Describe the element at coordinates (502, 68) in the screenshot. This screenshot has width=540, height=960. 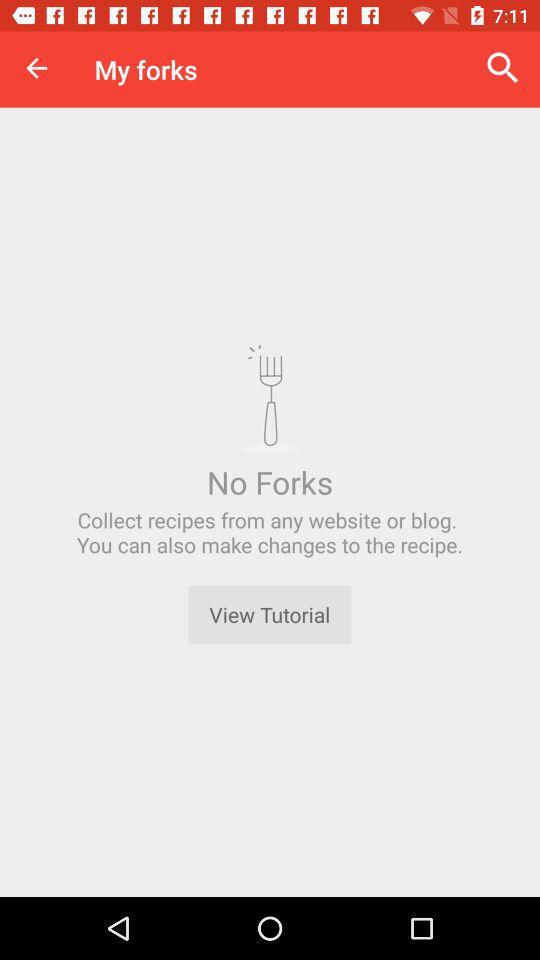
I see `item next to the my forks` at that location.